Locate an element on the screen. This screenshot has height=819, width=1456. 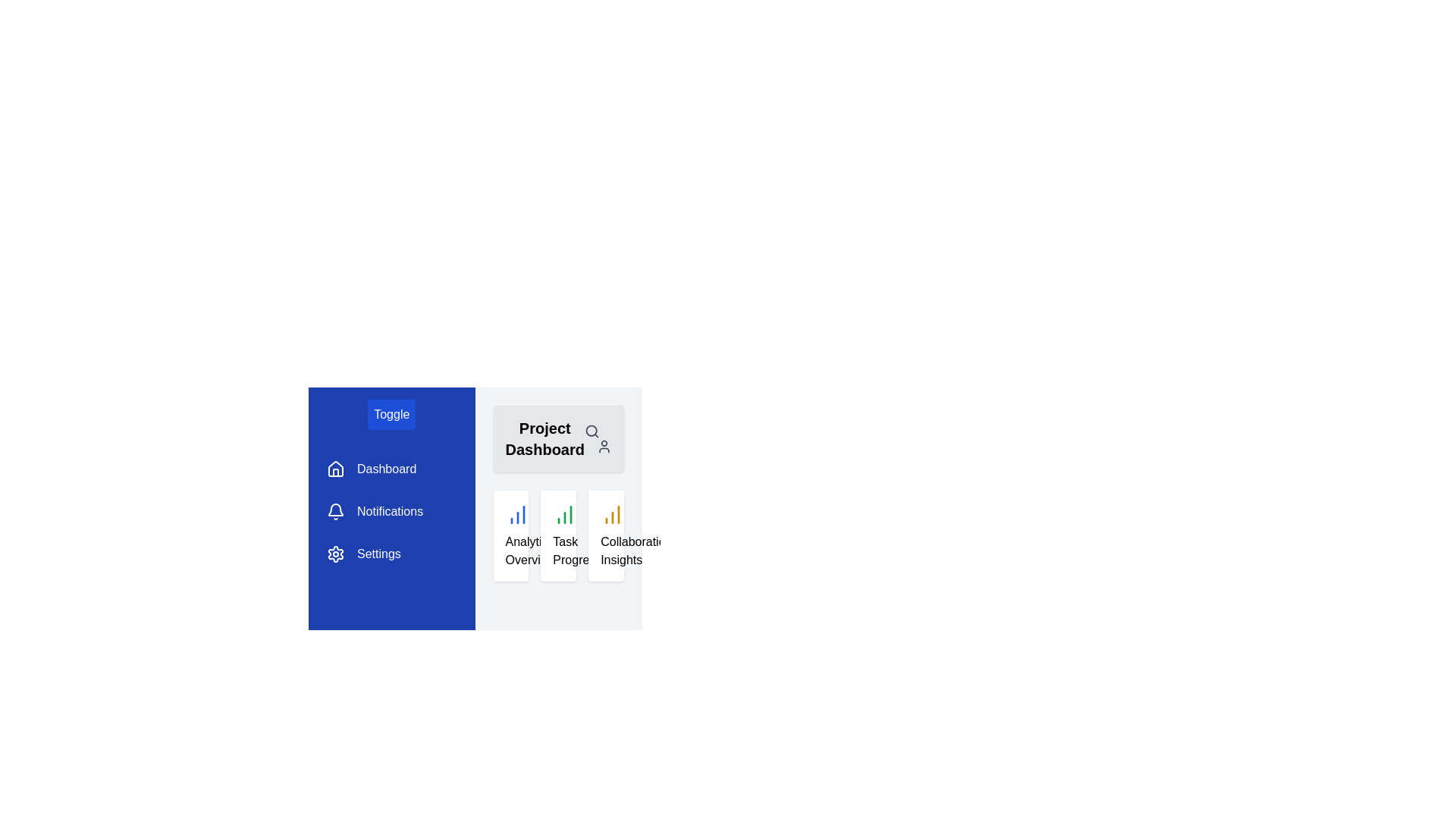
the toggle button located at the top of the vertical navigation sidebar is located at coordinates (391, 415).